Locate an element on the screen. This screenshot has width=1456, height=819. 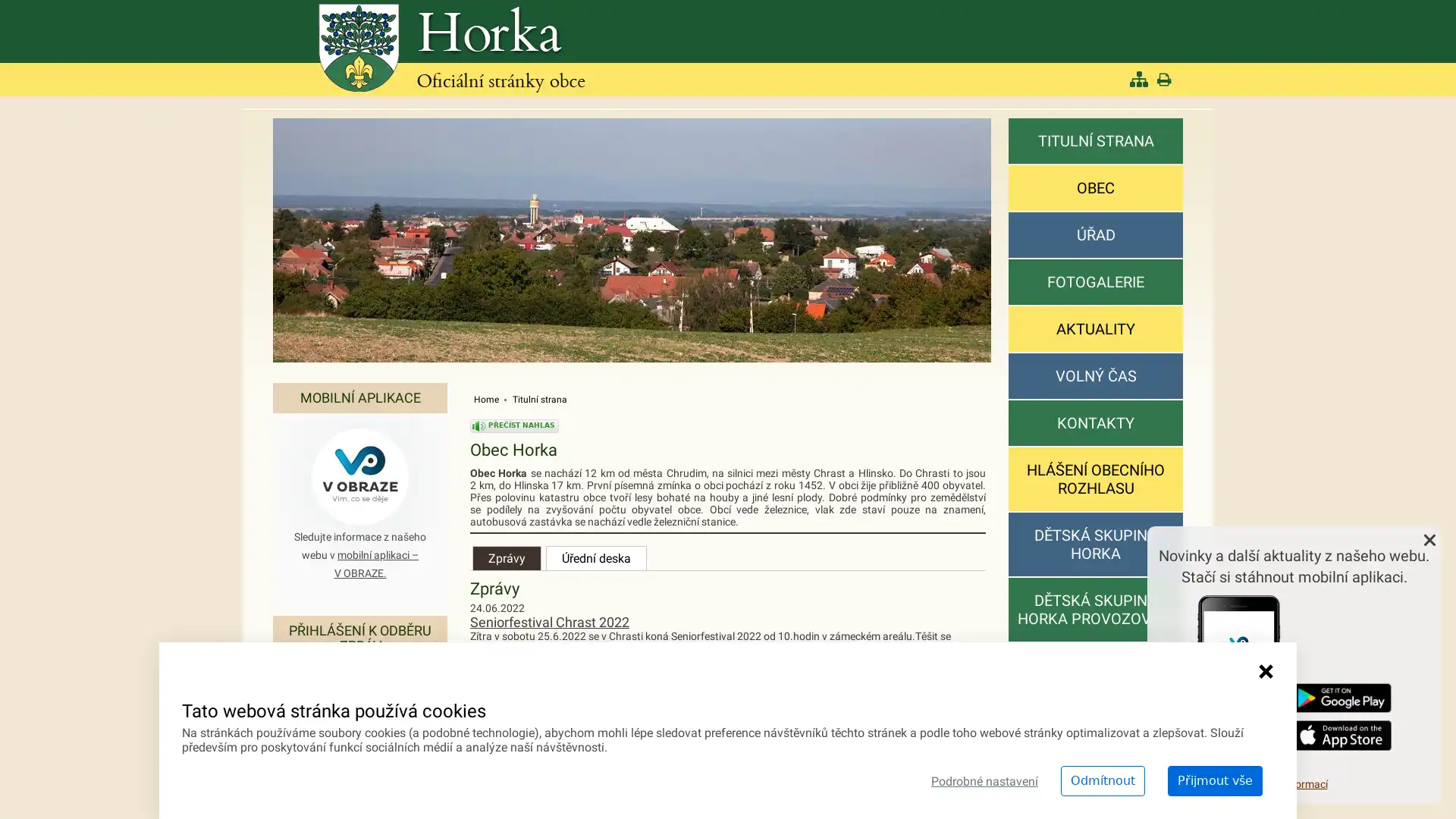
Odmitnout is located at coordinates (1103, 780).